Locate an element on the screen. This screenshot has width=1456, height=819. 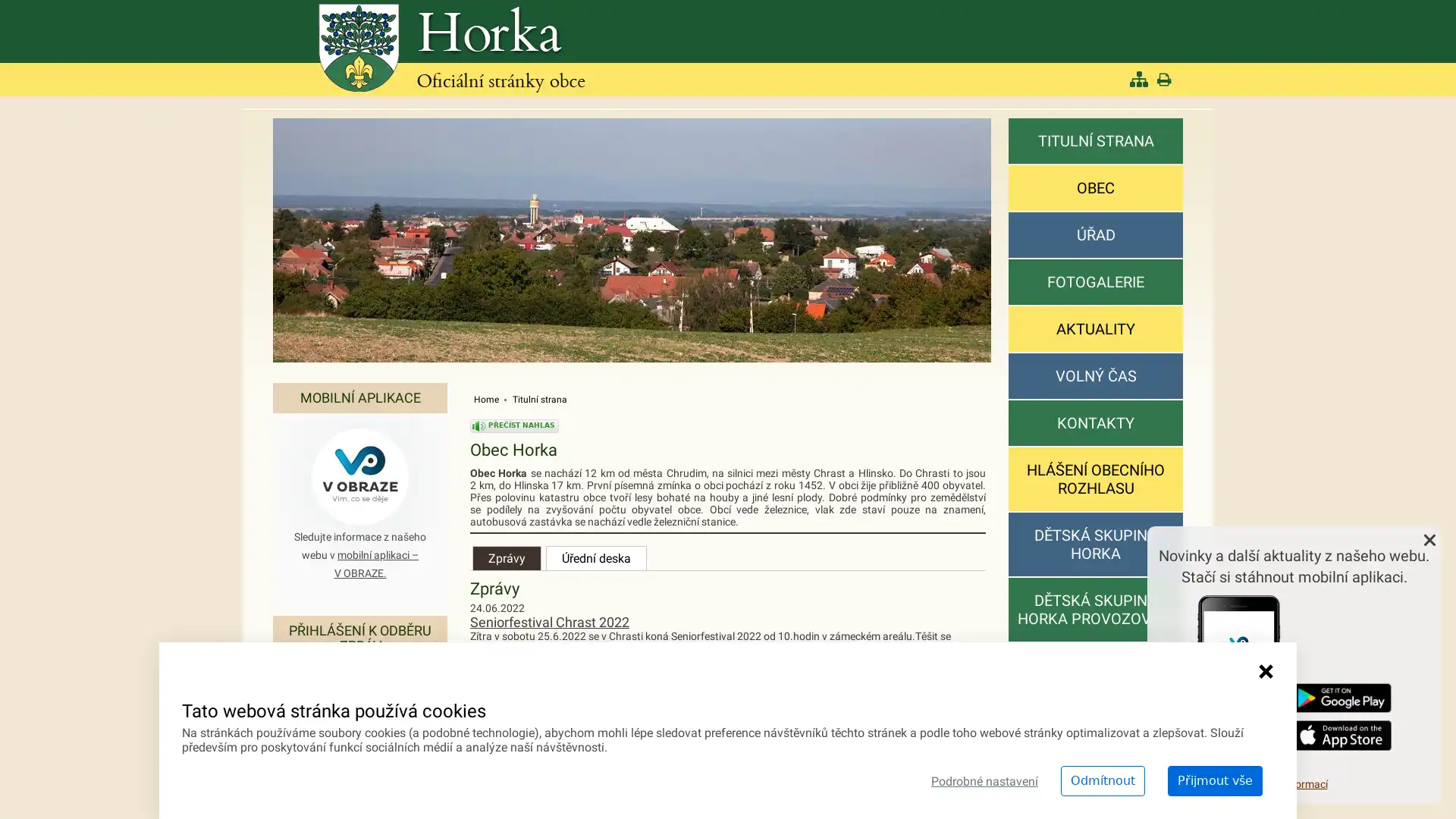
Odmitnout is located at coordinates (1103, 780).